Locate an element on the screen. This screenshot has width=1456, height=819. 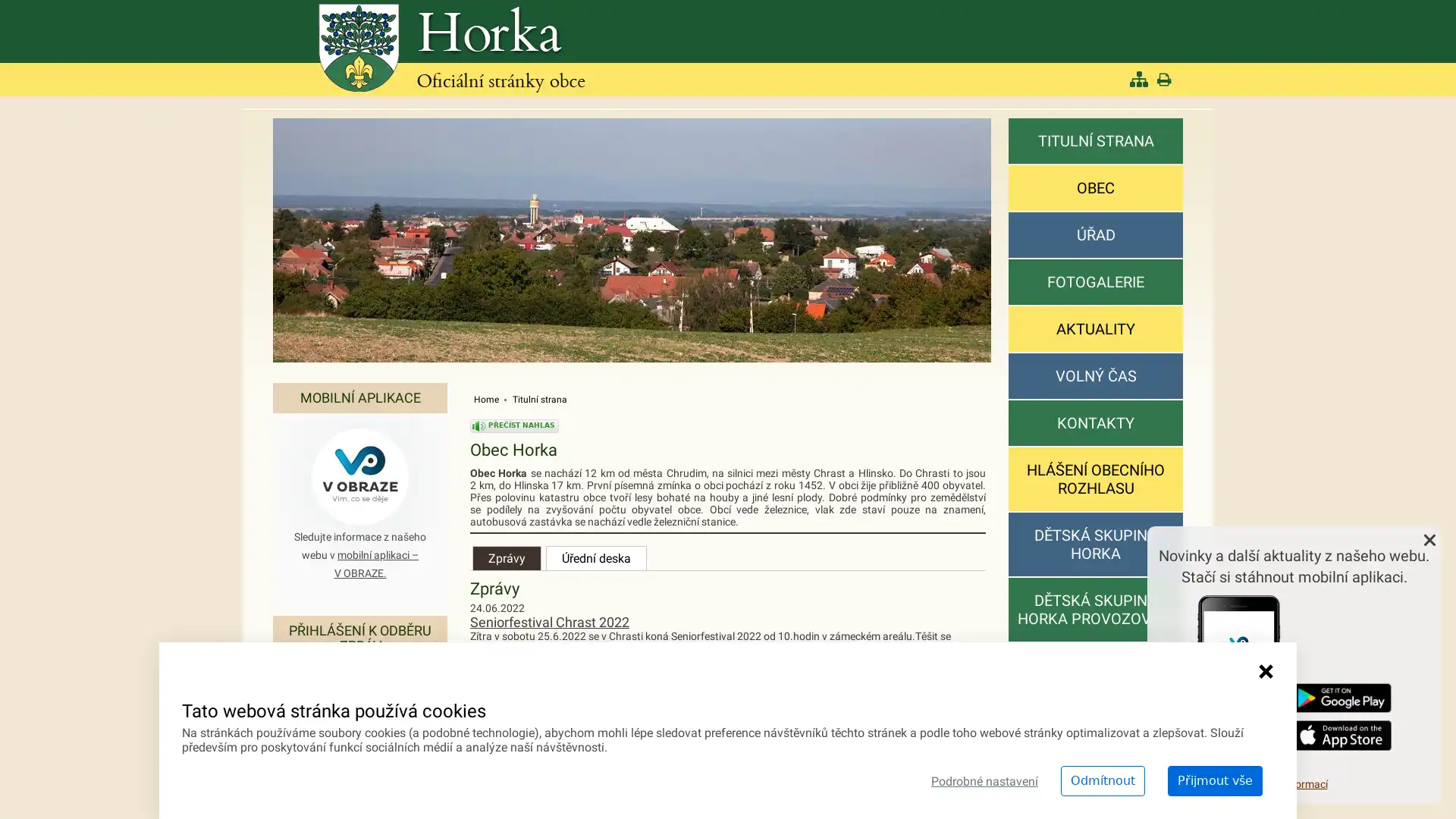
Odmitnout is located at coordinates (1103, 780).